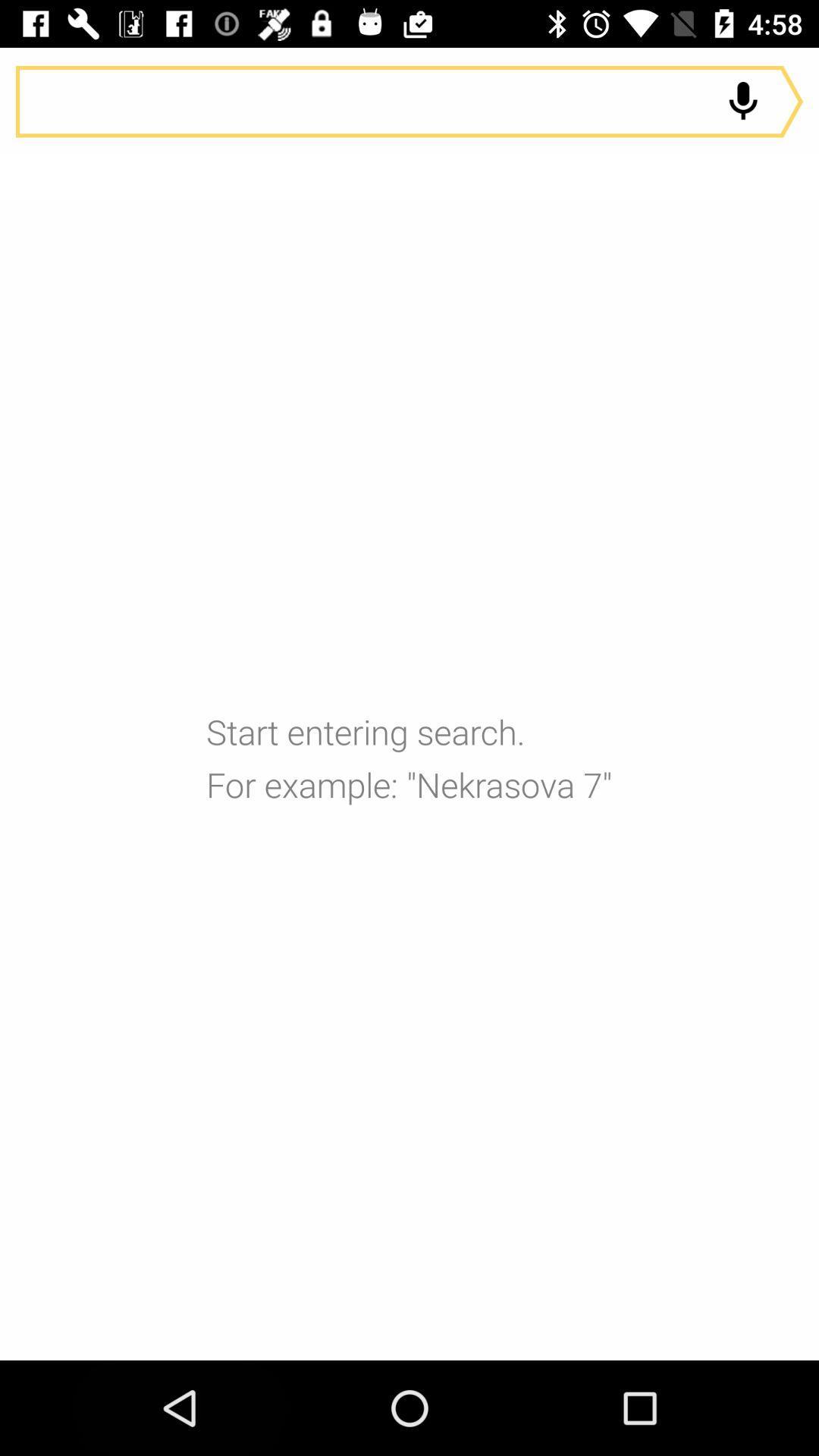  Describe the element at coordinates (742, 101) in the screenshot. I see `enable speak to type` at that location.